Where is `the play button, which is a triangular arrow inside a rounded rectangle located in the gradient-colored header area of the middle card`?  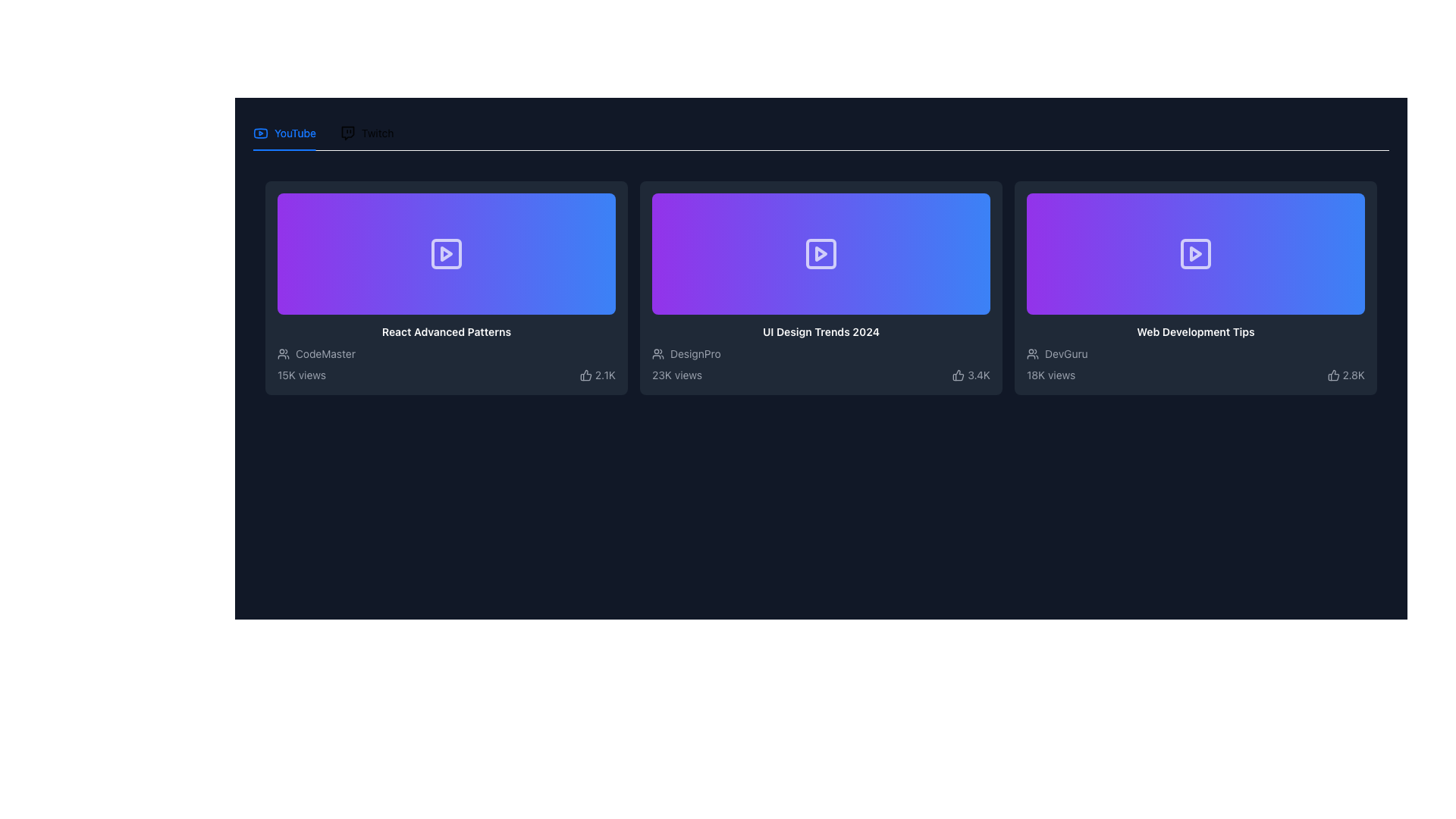 the play button, which is a triangular arrow inside a rounded rectangle located in the gradient-colored header area of the middle card is located at coordinates (821, 253).